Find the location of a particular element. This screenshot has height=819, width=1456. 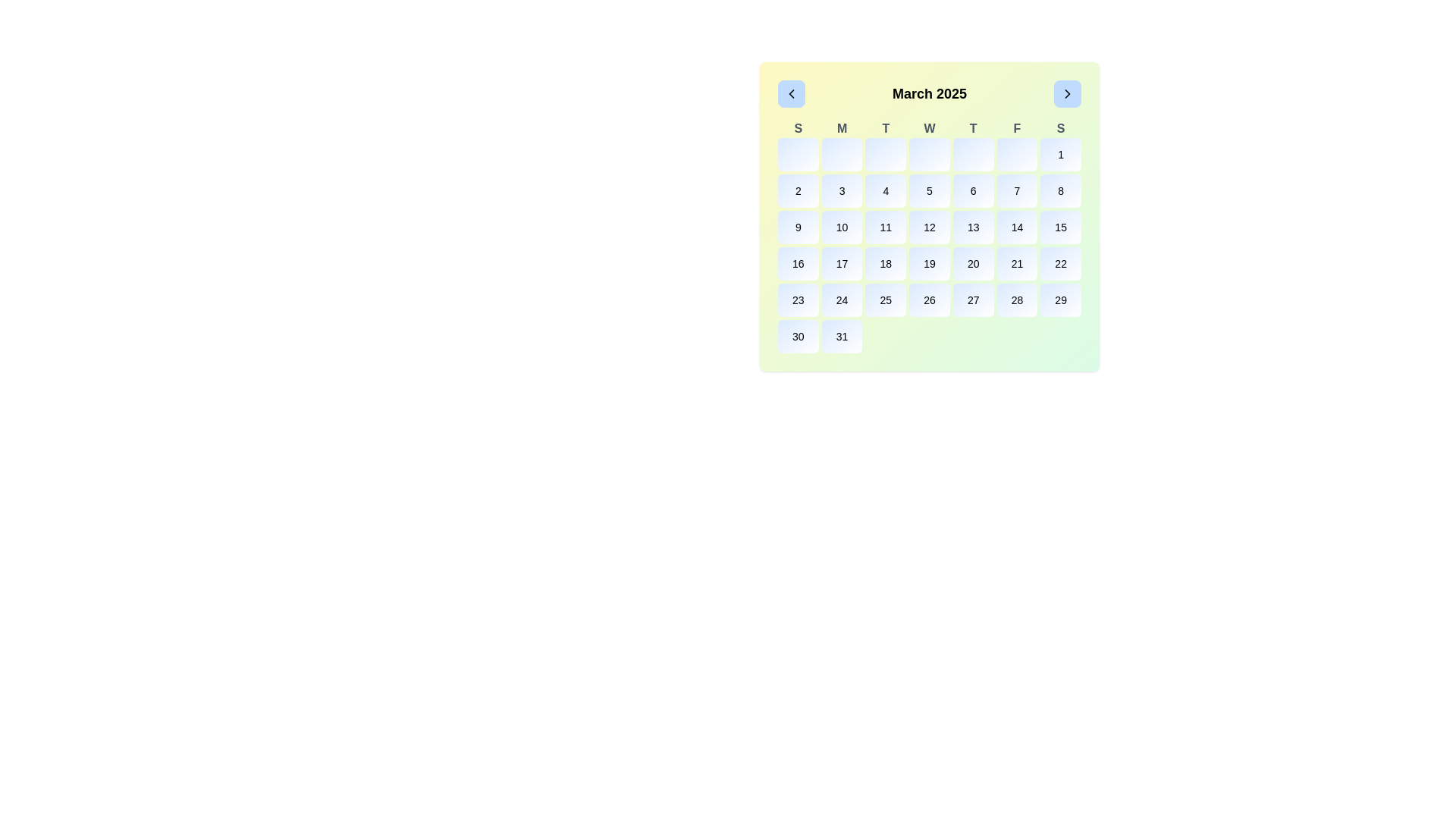

the button displaying '23' in the calendar interface is located at coordinates (797, 300).